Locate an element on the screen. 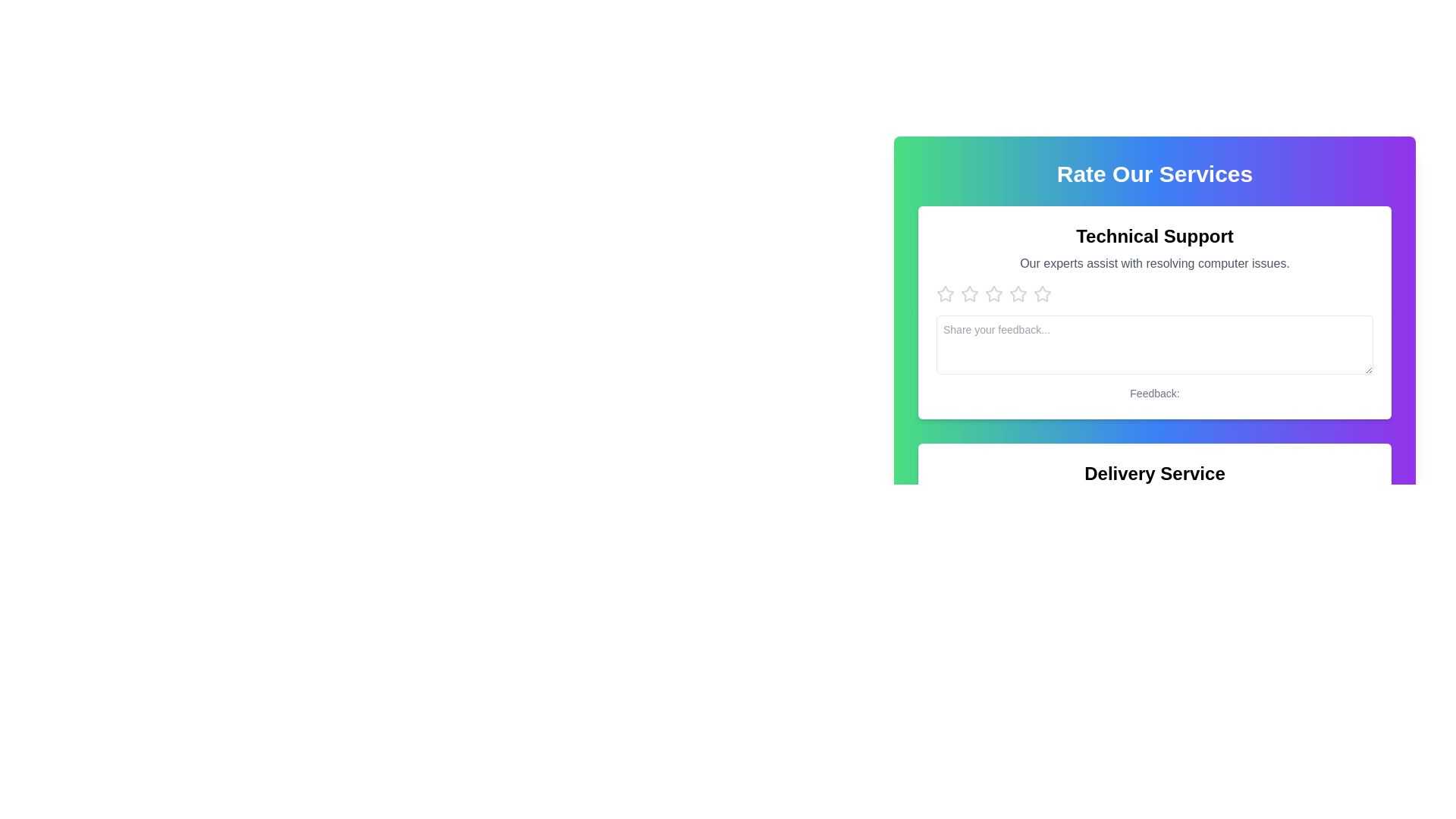 The image size is (1456, 819). the second star icon is located at coordinates (968, 294).